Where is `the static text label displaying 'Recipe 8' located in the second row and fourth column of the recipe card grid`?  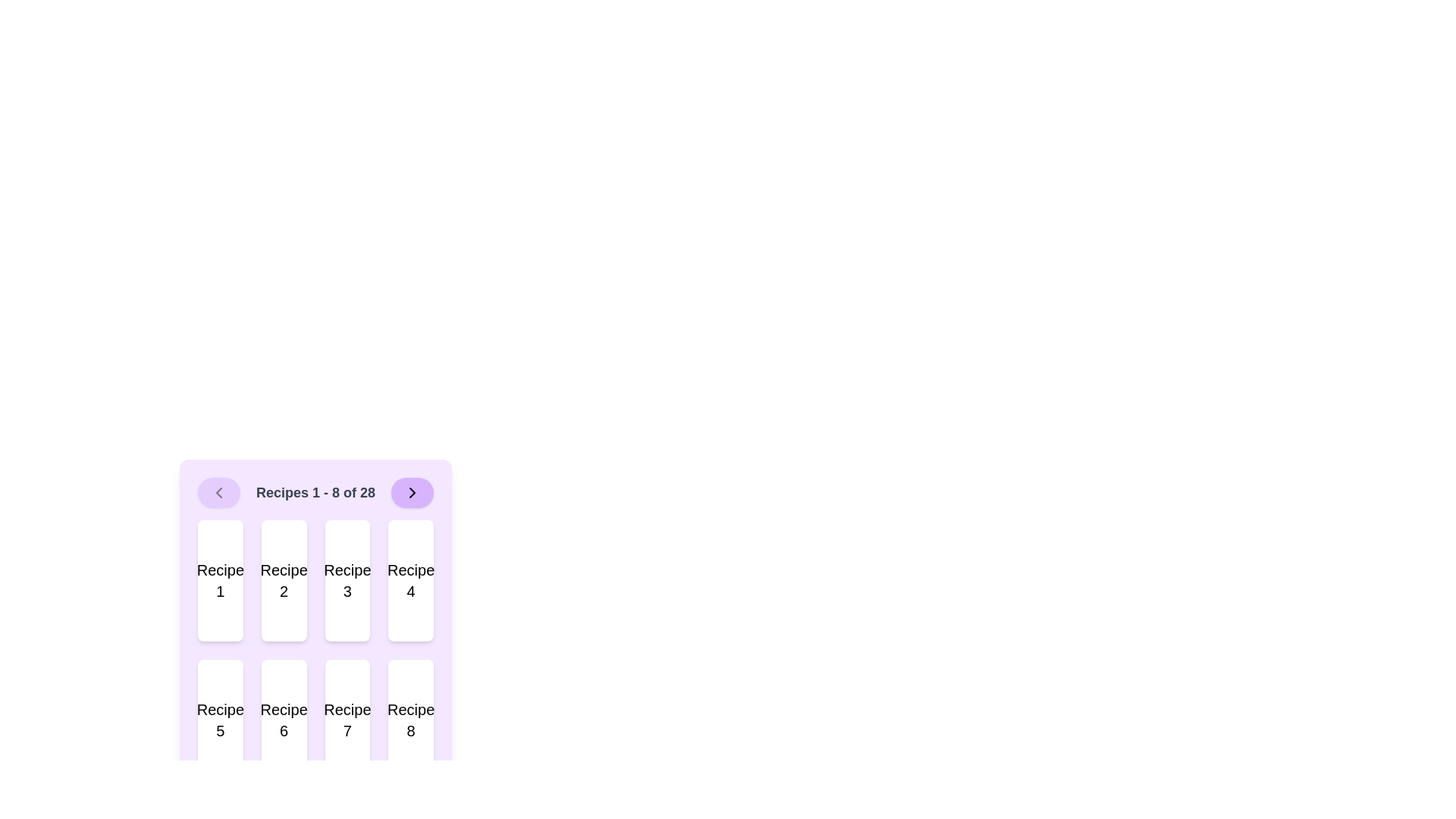 the static text label displaying 'Recipe 8' located in the second row and fourth column of the recipe card grid is located at coordinates (411, 719).